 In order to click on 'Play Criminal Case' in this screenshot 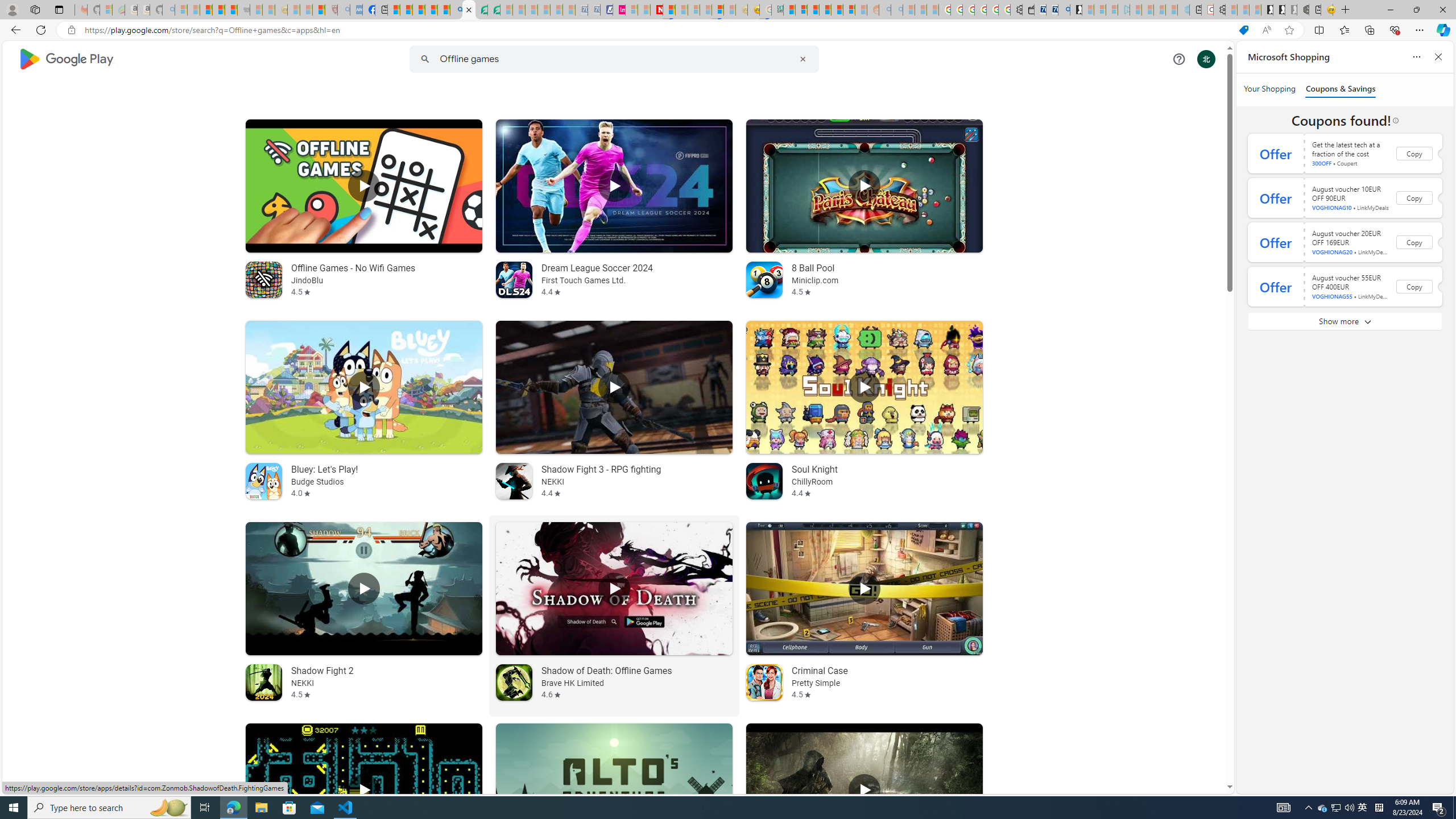, I will do `click(864, 588)`.